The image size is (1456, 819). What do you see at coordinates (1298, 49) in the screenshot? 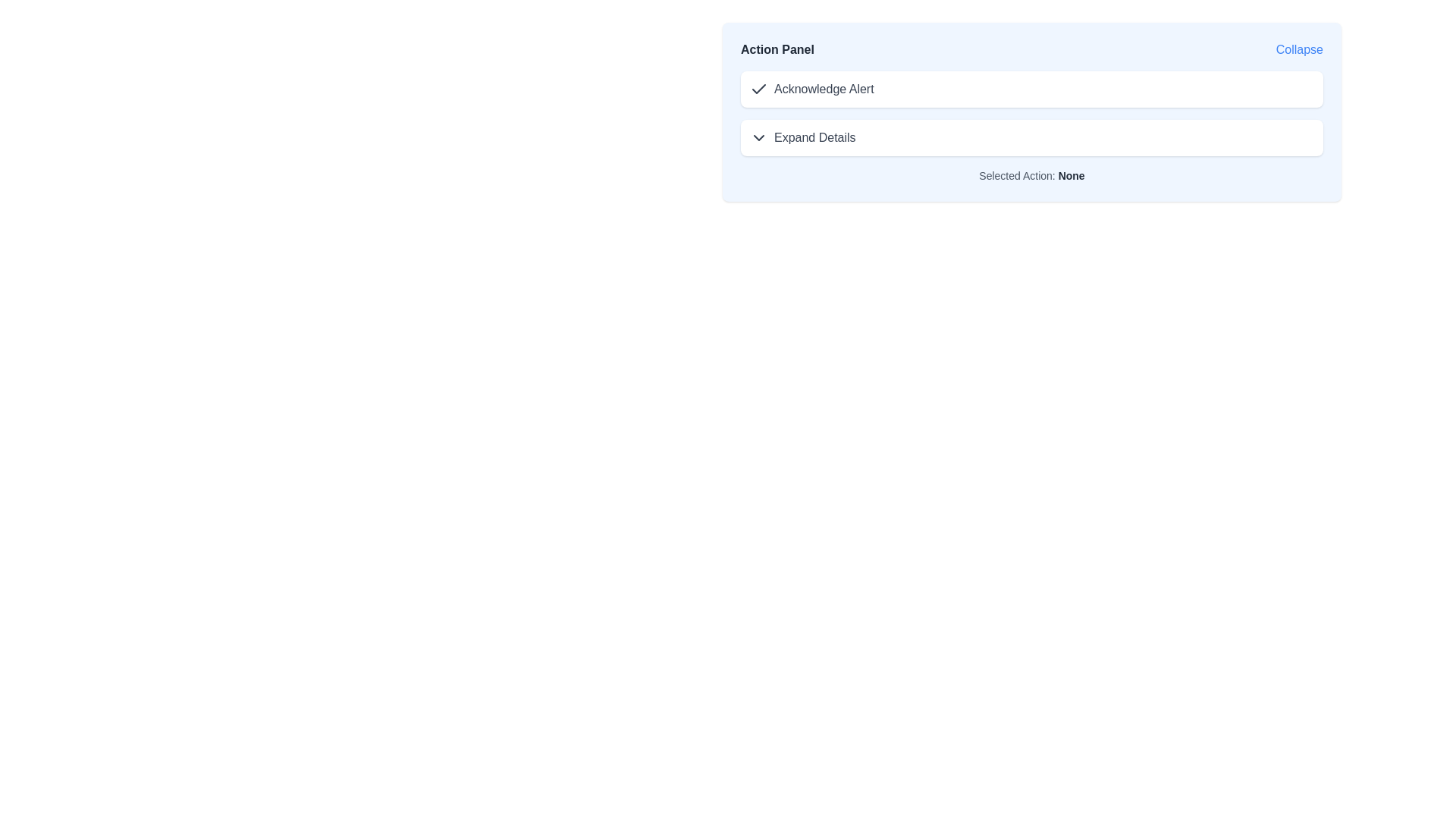
I see `the hyperlink located on the right side of the 'Action Panel'` at bounding box center [1298, 49].